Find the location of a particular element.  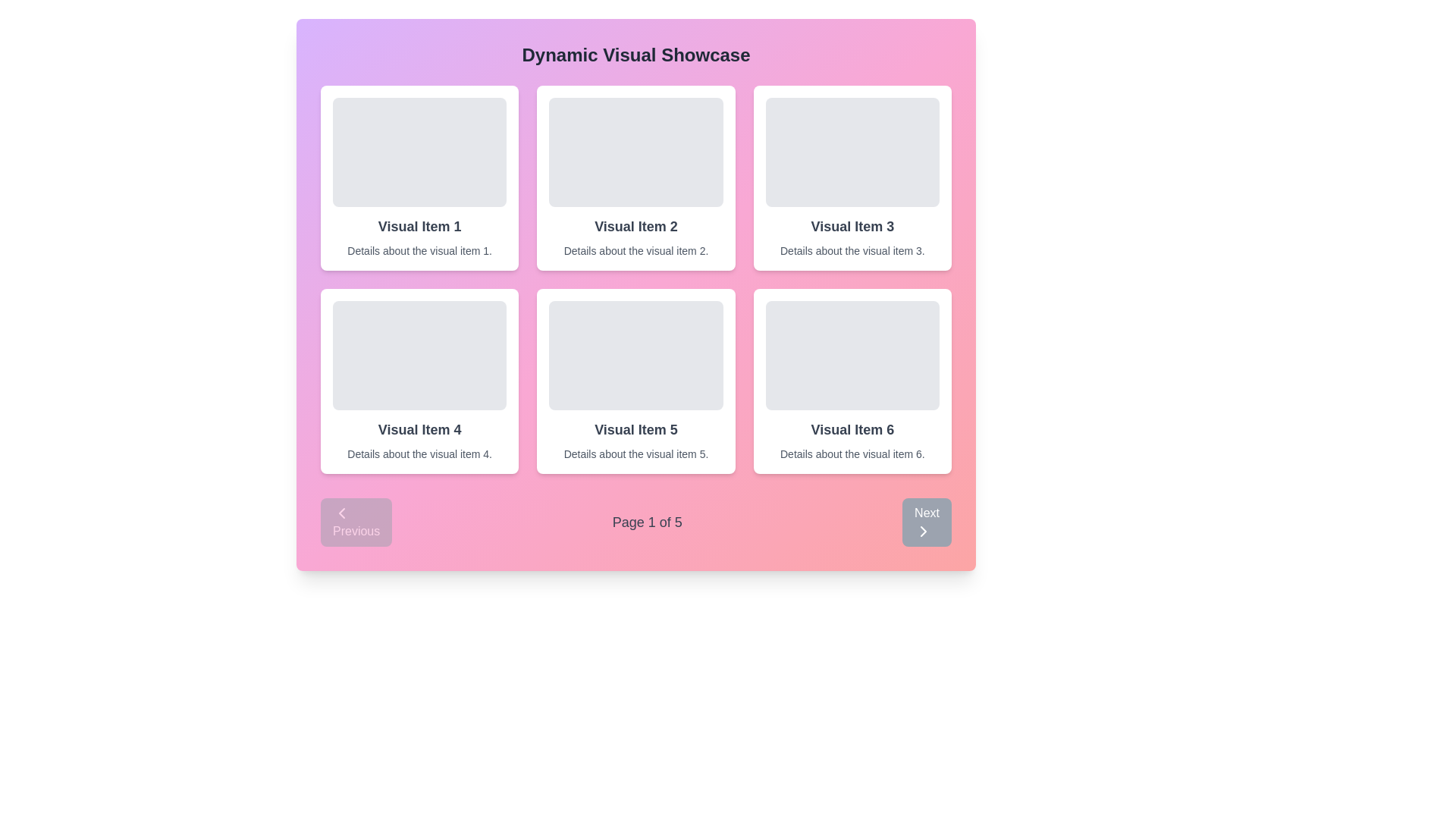

the text label providing additional context for 'Visual Item 4' to check for any additional functionality is located at coordinates (419, 453).